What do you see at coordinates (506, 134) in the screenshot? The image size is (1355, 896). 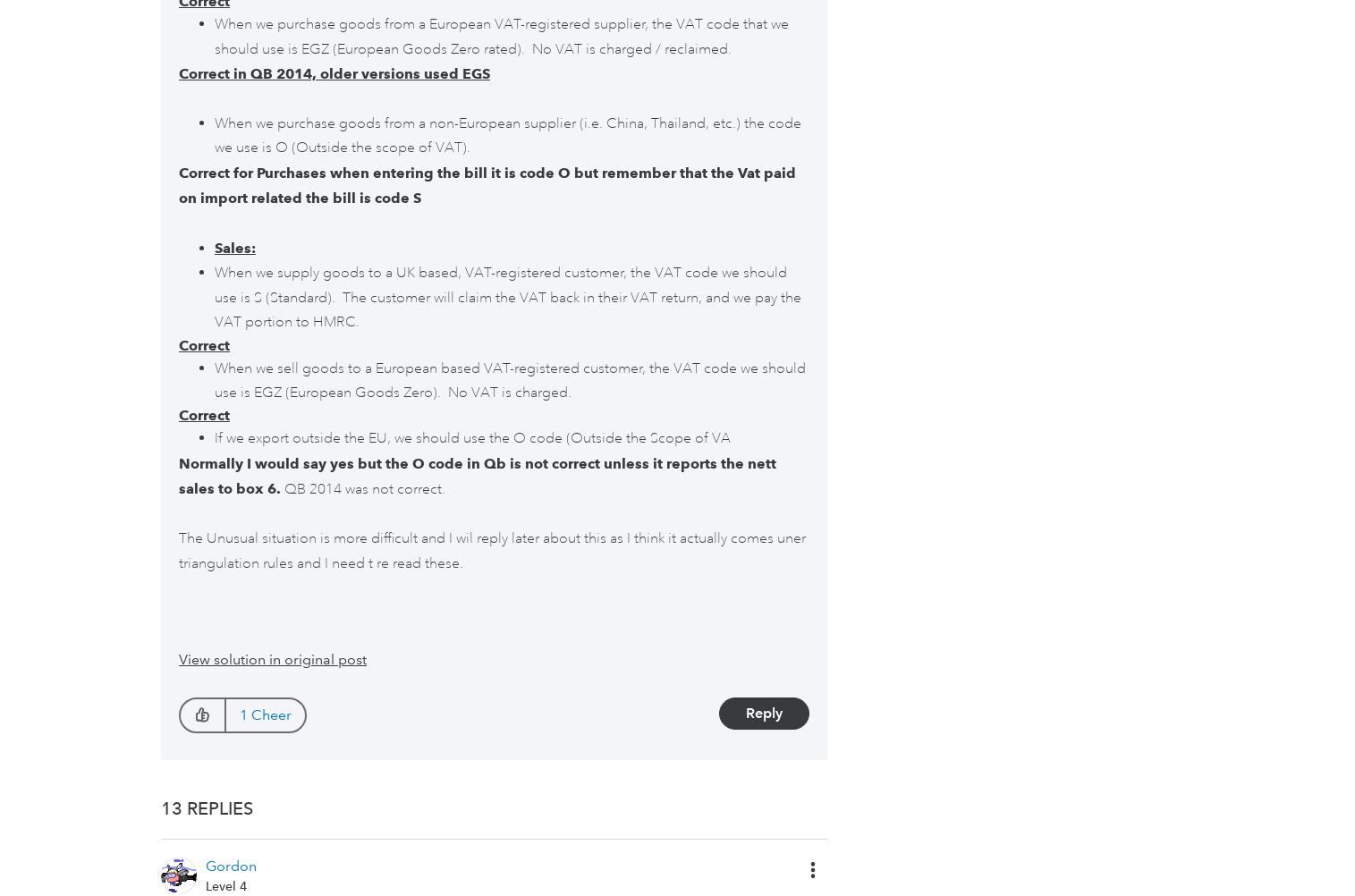 I see `'When we purchase goods from a non-European supplier (i.e. China, 
Thailand, etc.) the code we use is O (Outside the scope of VAT).'` at bounding box center [506, 134].